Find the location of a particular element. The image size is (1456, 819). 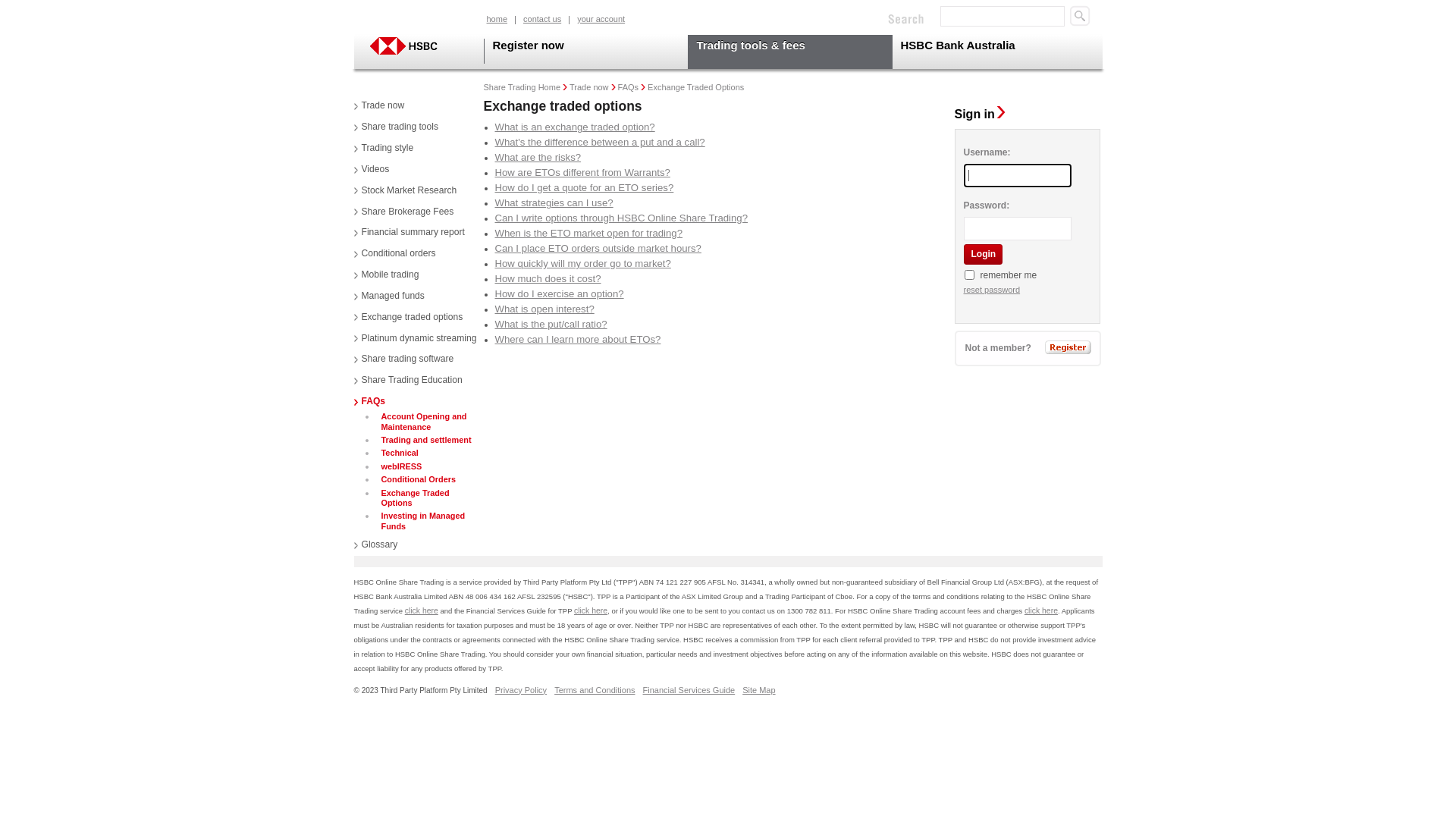

'click here' is located at coordinates (1040, 610).